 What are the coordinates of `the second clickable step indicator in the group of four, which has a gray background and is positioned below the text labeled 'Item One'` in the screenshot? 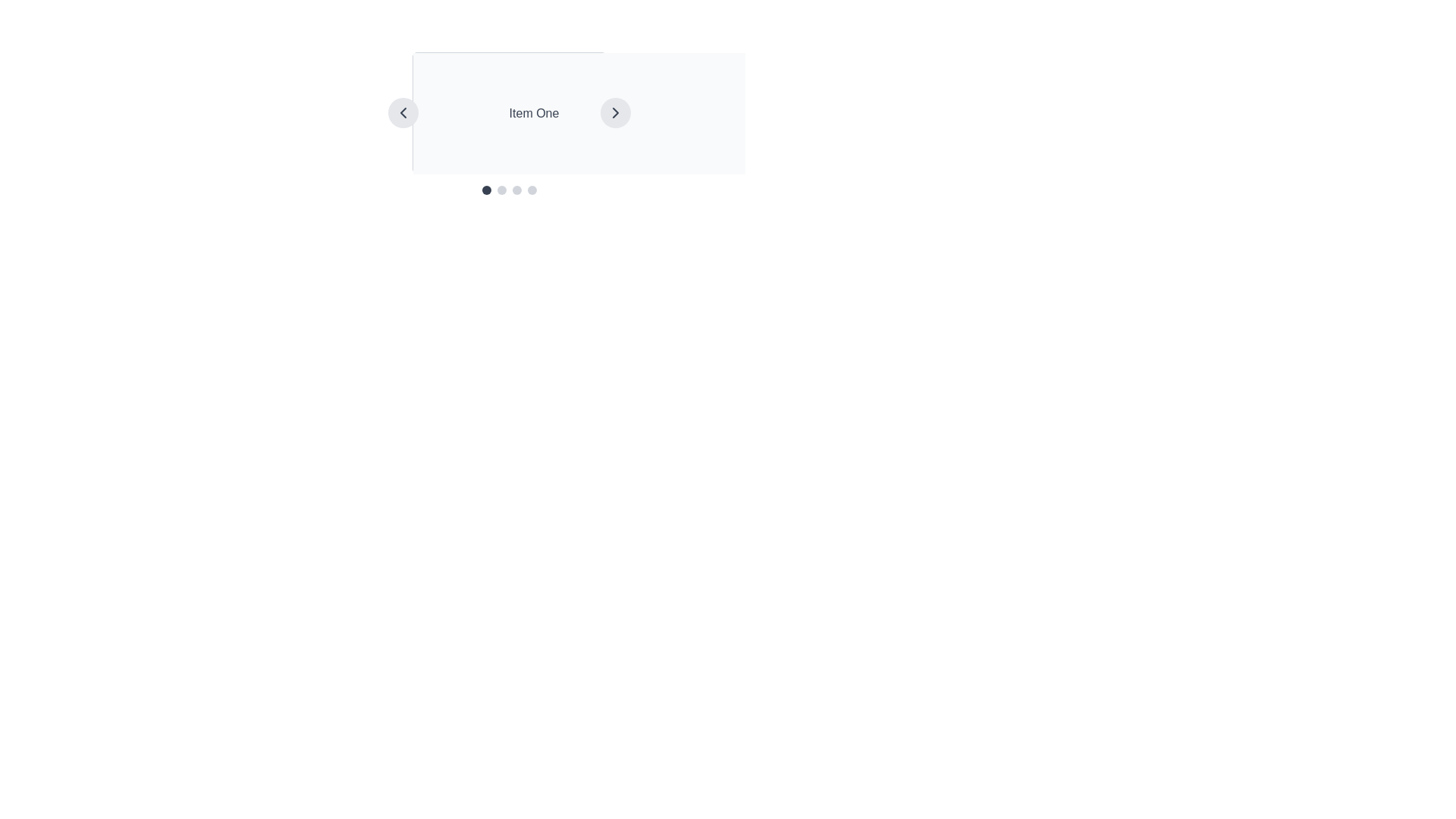 It's located at (501, 189).